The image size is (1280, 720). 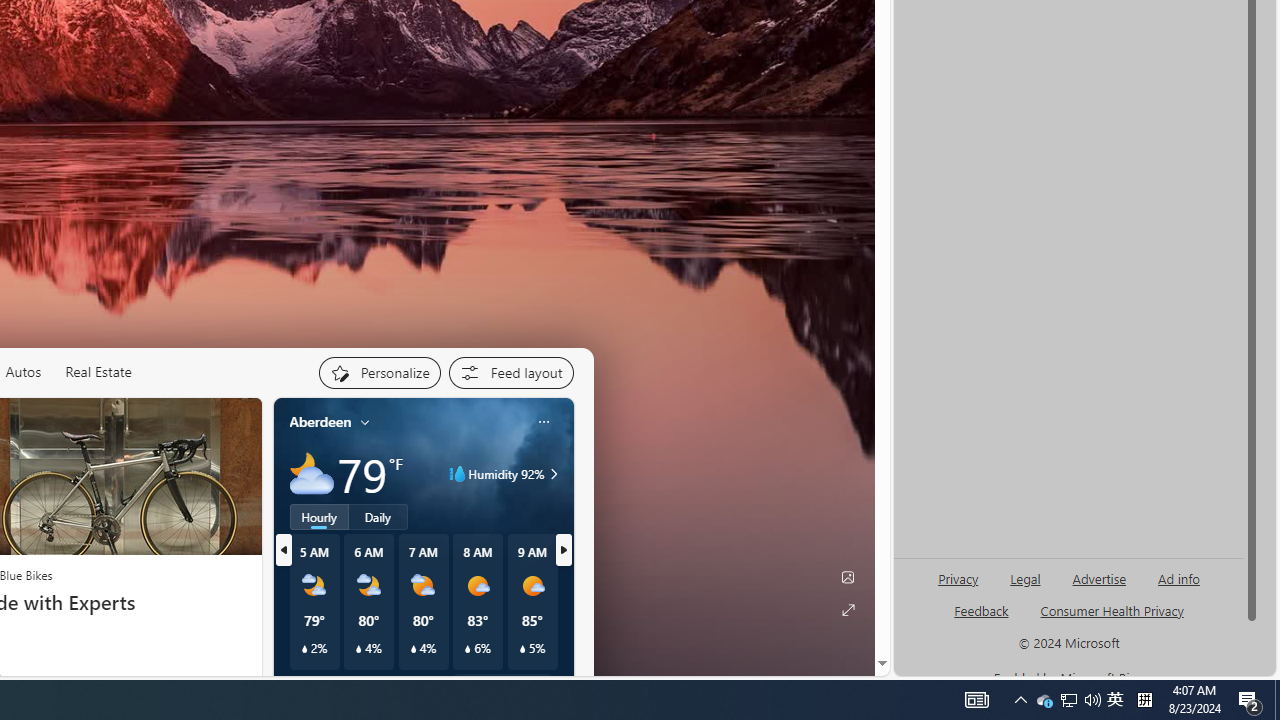 What do you see at coordinates (551, 474) in the screenshot?
I see `'Humidity 92%'` at bounding box center [551, 474].